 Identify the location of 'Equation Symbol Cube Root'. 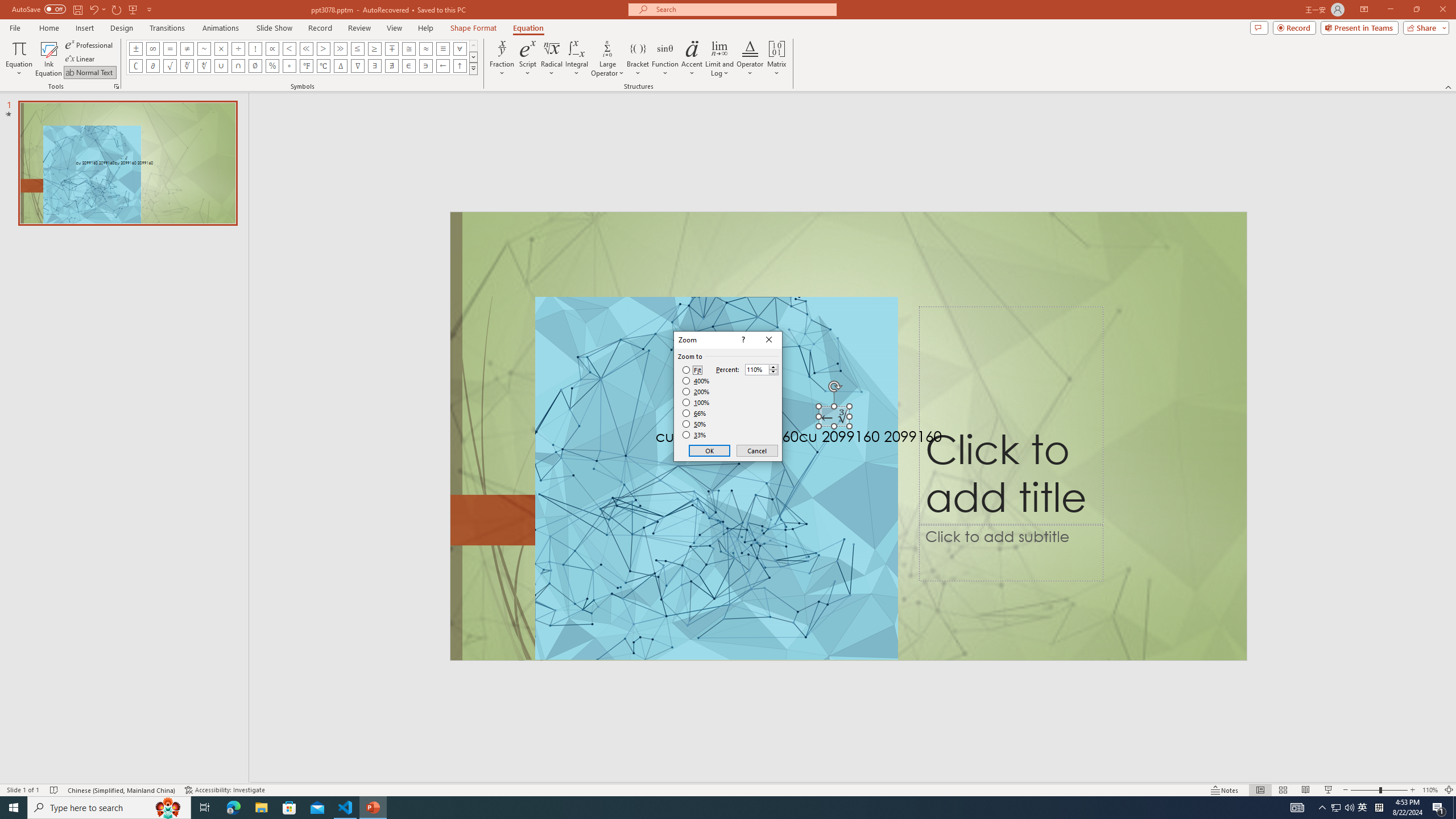
(186, 65).